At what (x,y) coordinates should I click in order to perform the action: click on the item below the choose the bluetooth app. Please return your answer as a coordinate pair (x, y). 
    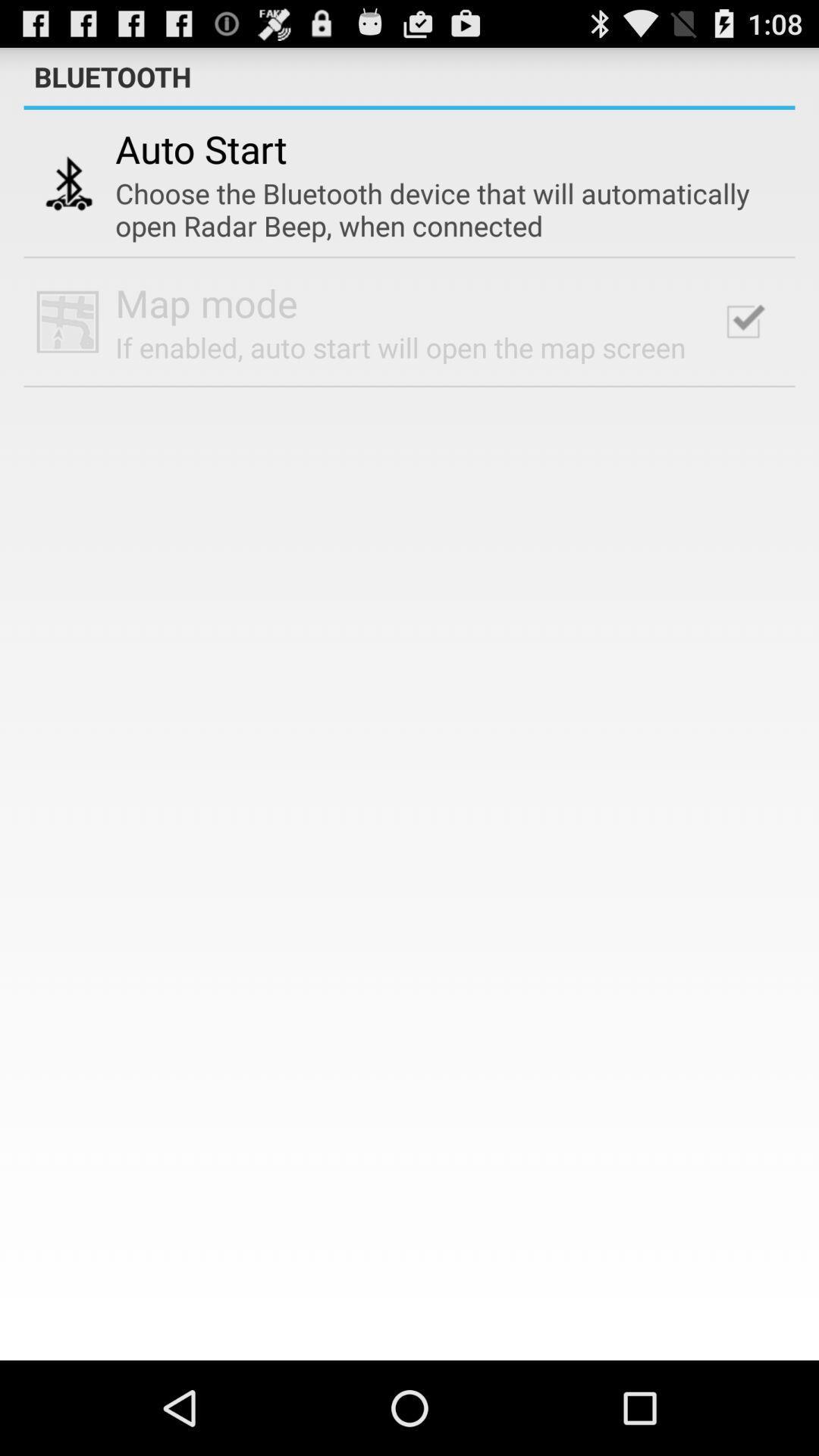
    Looking at the image, I should click on (742, 321).